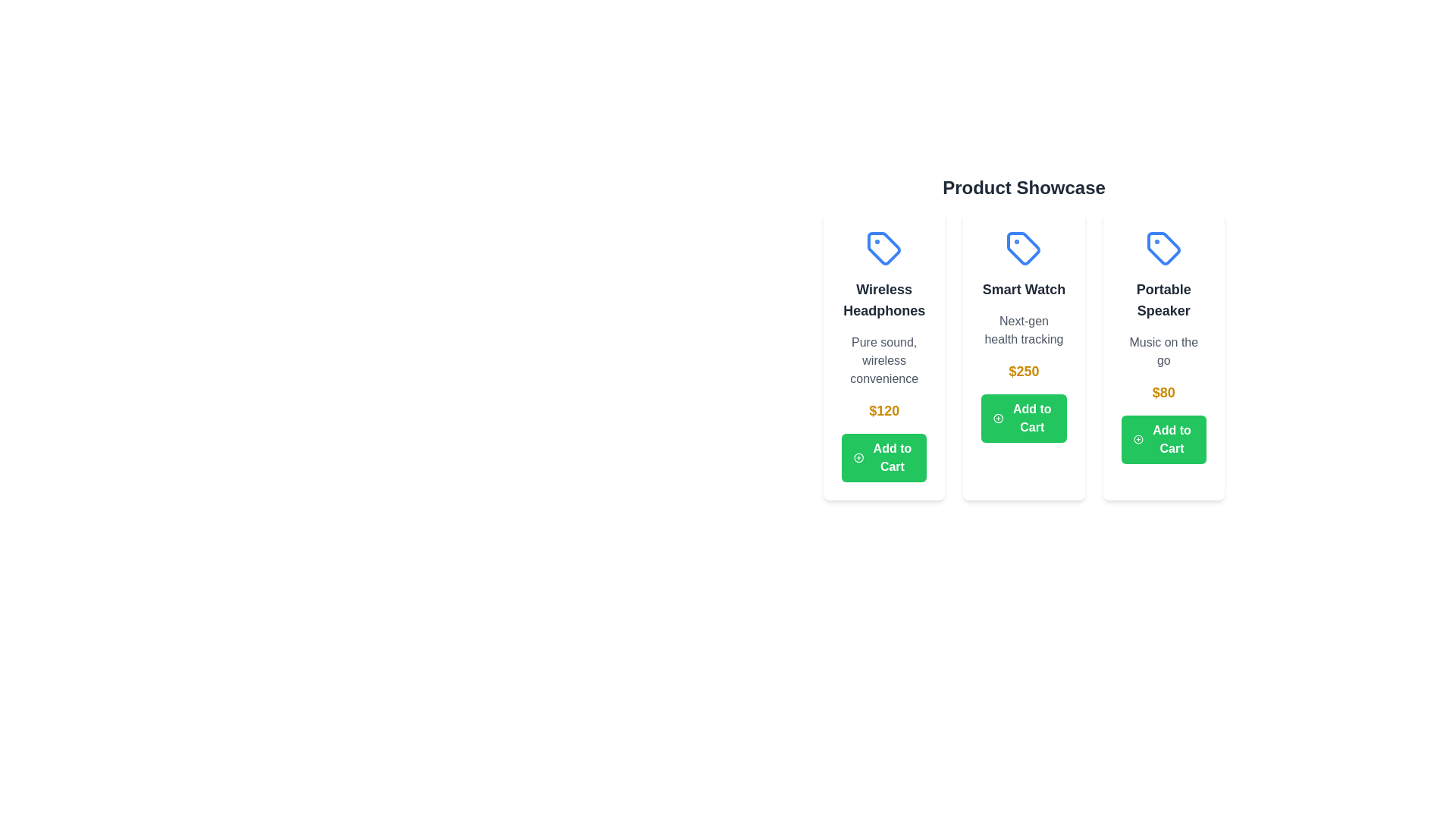 The height and width of the screenshot is (819, 1456). Describe the element at coordinates (1163, 356) in the screenshot. I see `the product card for Portable Speaker` at that location.